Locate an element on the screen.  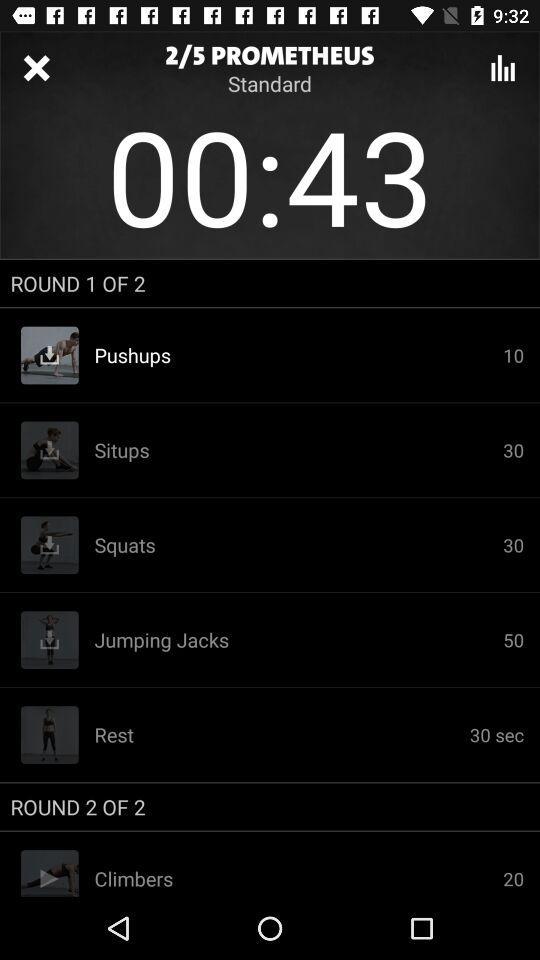
window is located at coordinates (36, 68).